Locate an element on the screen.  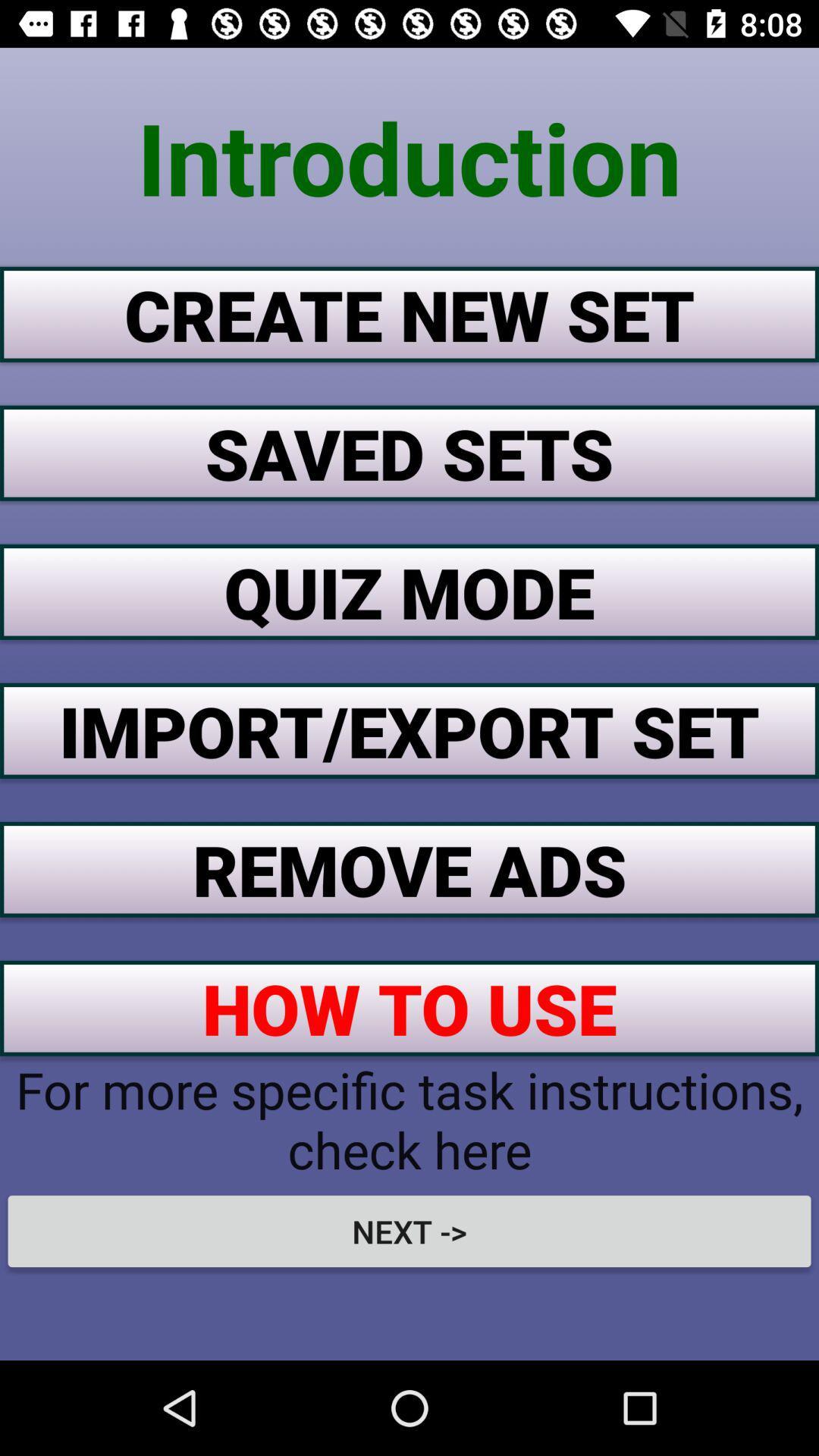
icon above the how to use button is located at coordinates (409, 869).